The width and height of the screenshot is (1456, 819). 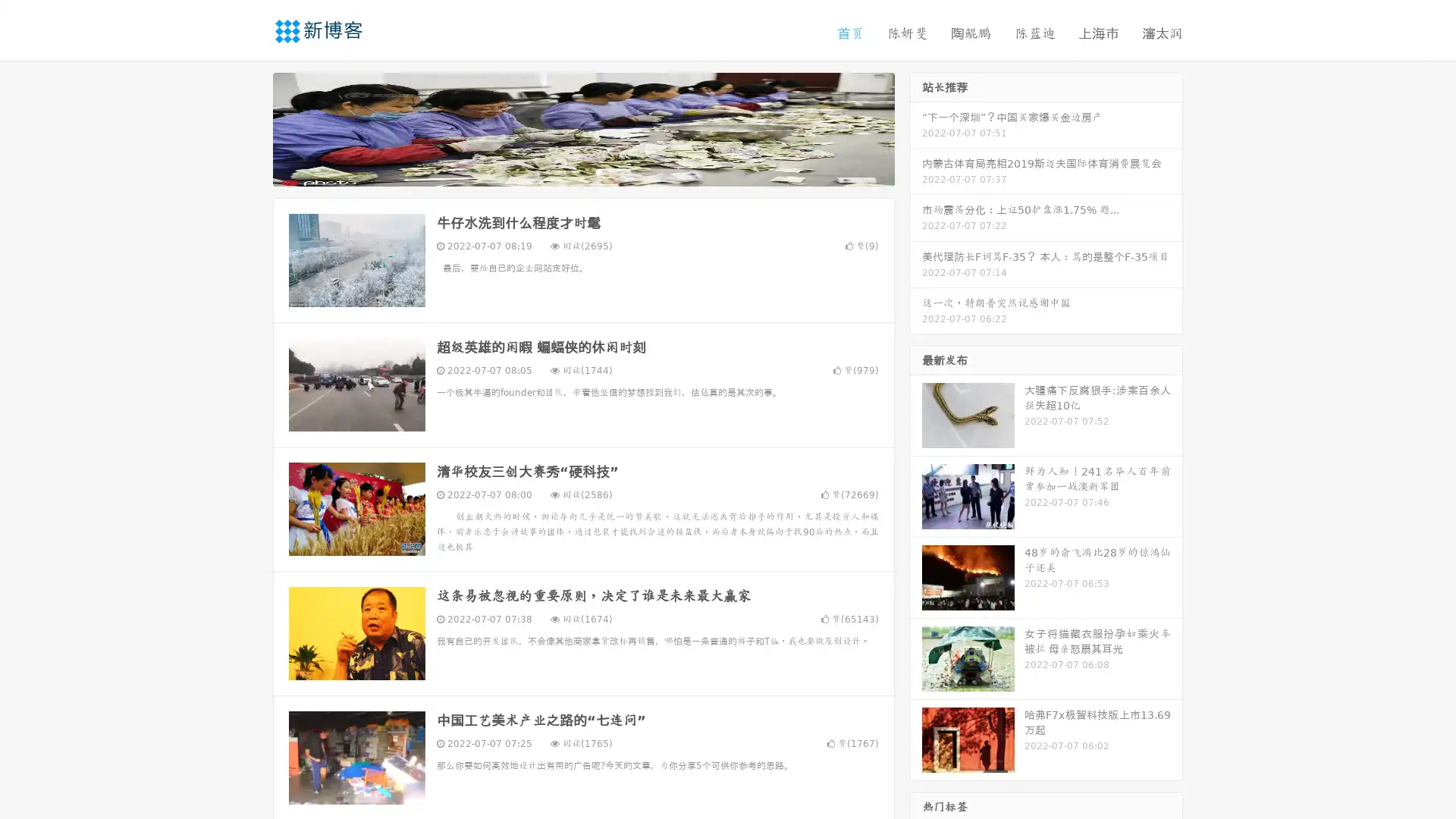 I want to click on Go to slide 3, so click(x=598, y=171).